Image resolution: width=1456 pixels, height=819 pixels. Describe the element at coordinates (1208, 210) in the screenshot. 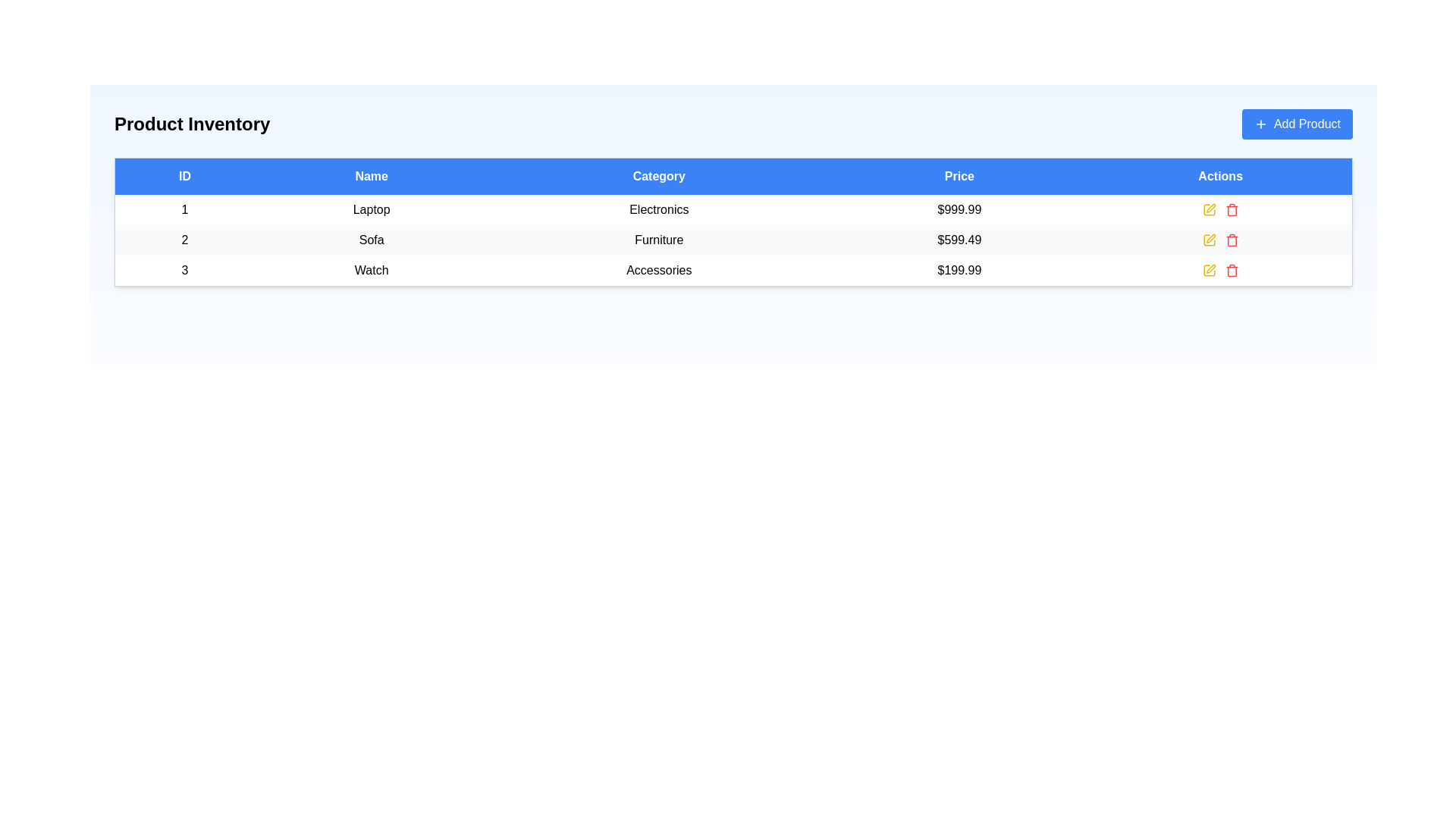

I see `the yellow editing icon in the 'Actions' column of the first row in the 'Product Inventory' table` at that location.